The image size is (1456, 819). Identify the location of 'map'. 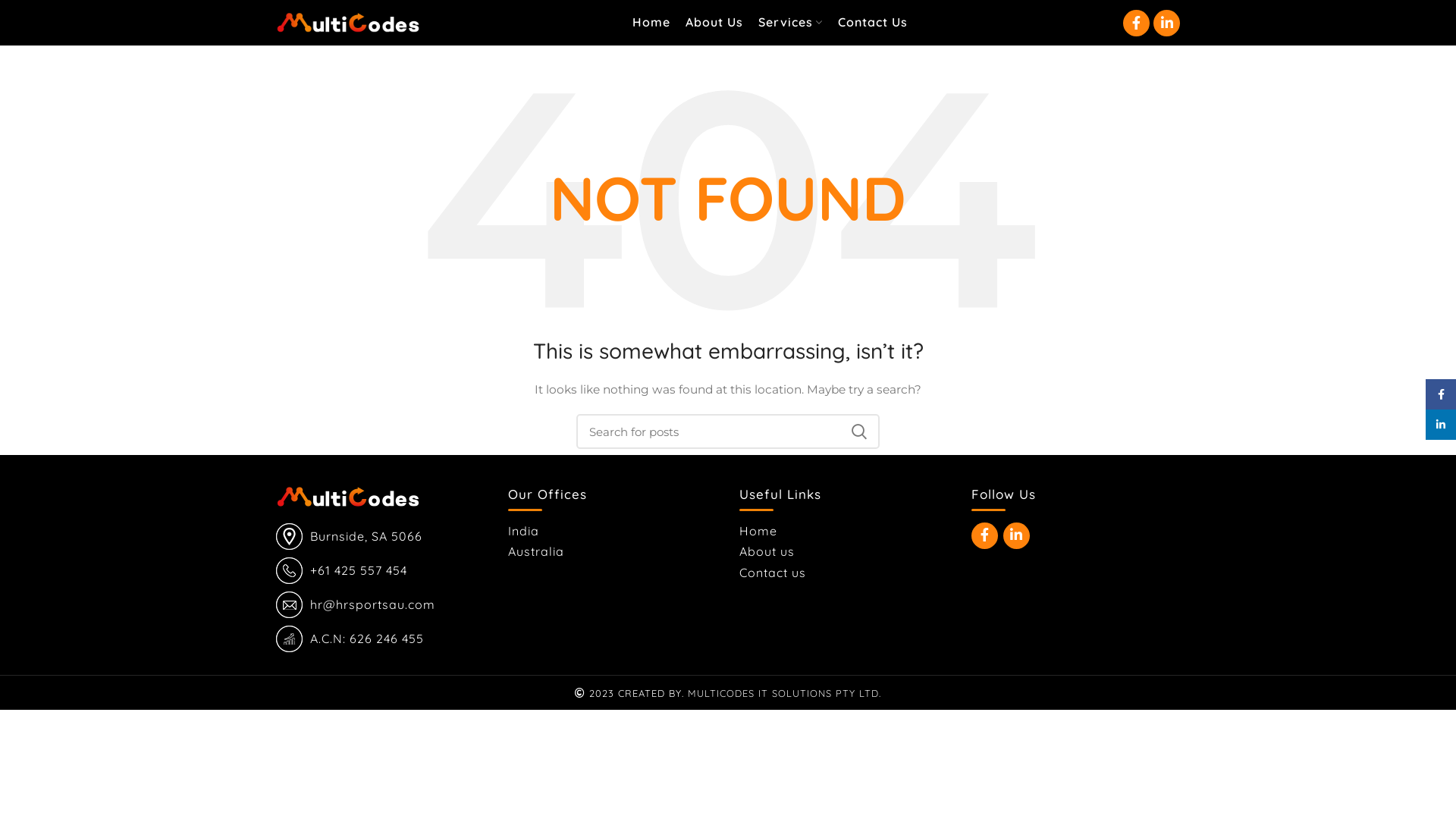
(289, 535).